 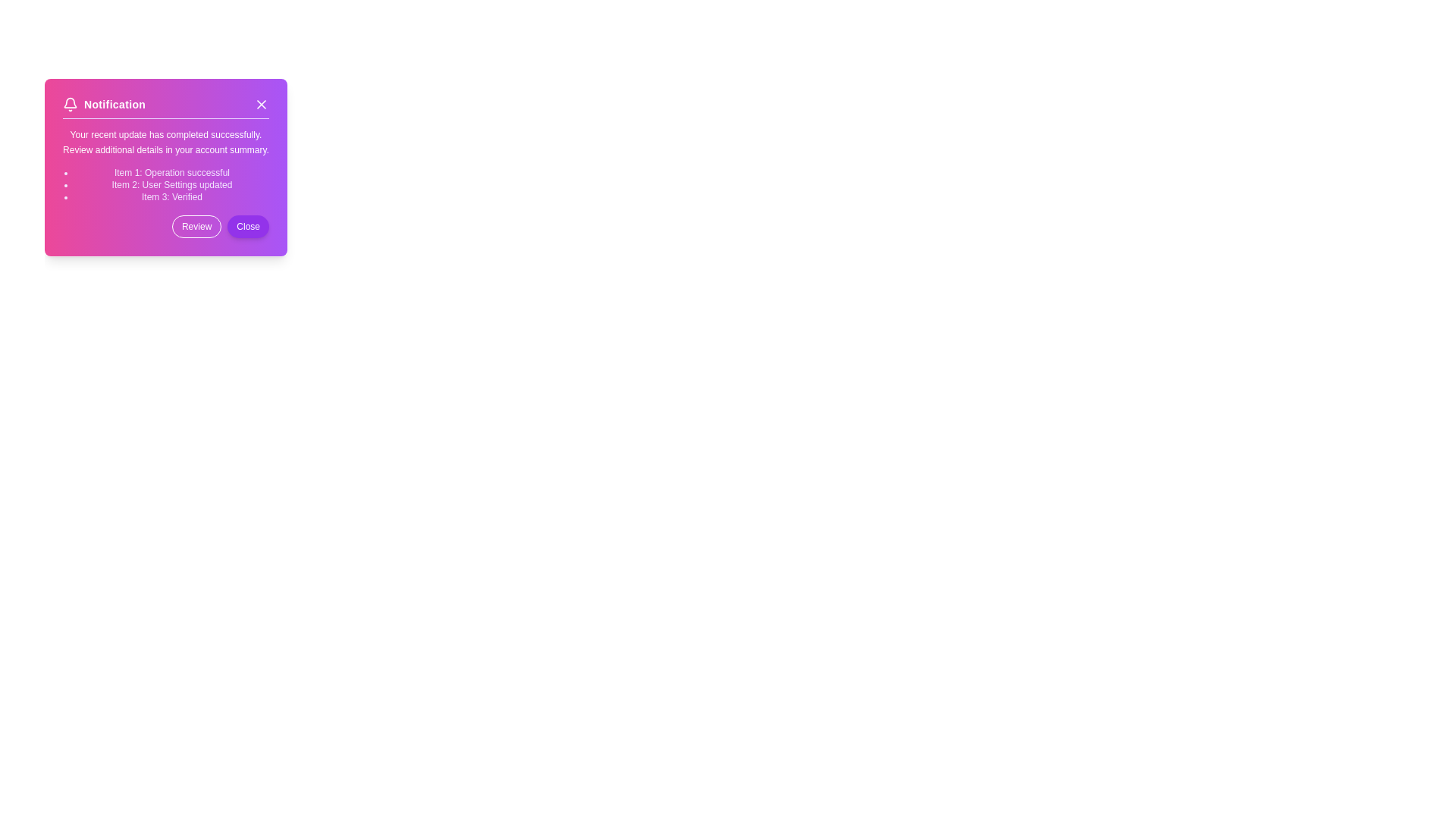 I want to click on the 'Notification' section in the header, which includes a bell icon and bold text on a gradient purple background, so click(x=103, y=104).